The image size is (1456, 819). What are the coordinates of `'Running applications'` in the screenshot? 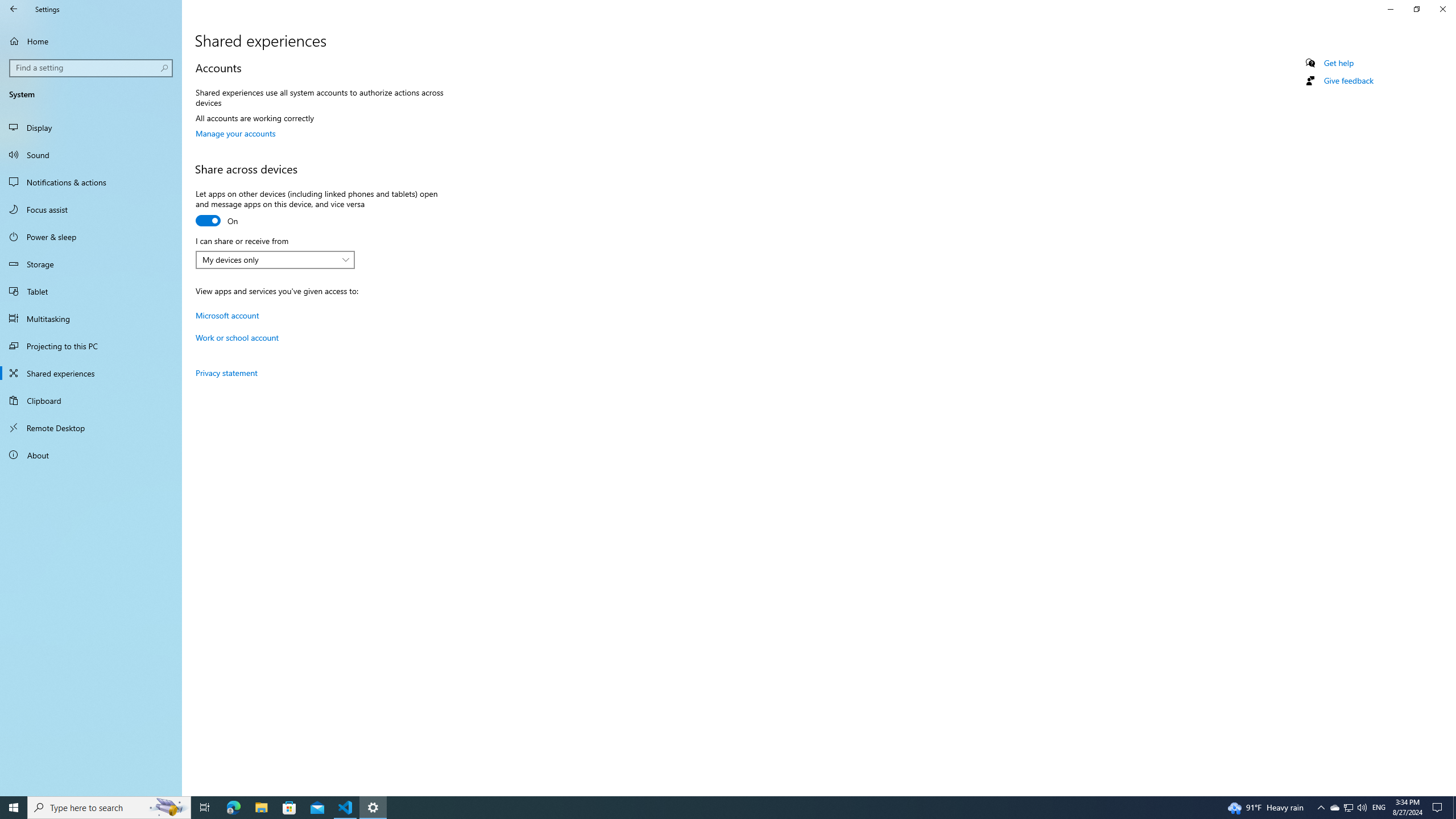 It's located at (706, 806).